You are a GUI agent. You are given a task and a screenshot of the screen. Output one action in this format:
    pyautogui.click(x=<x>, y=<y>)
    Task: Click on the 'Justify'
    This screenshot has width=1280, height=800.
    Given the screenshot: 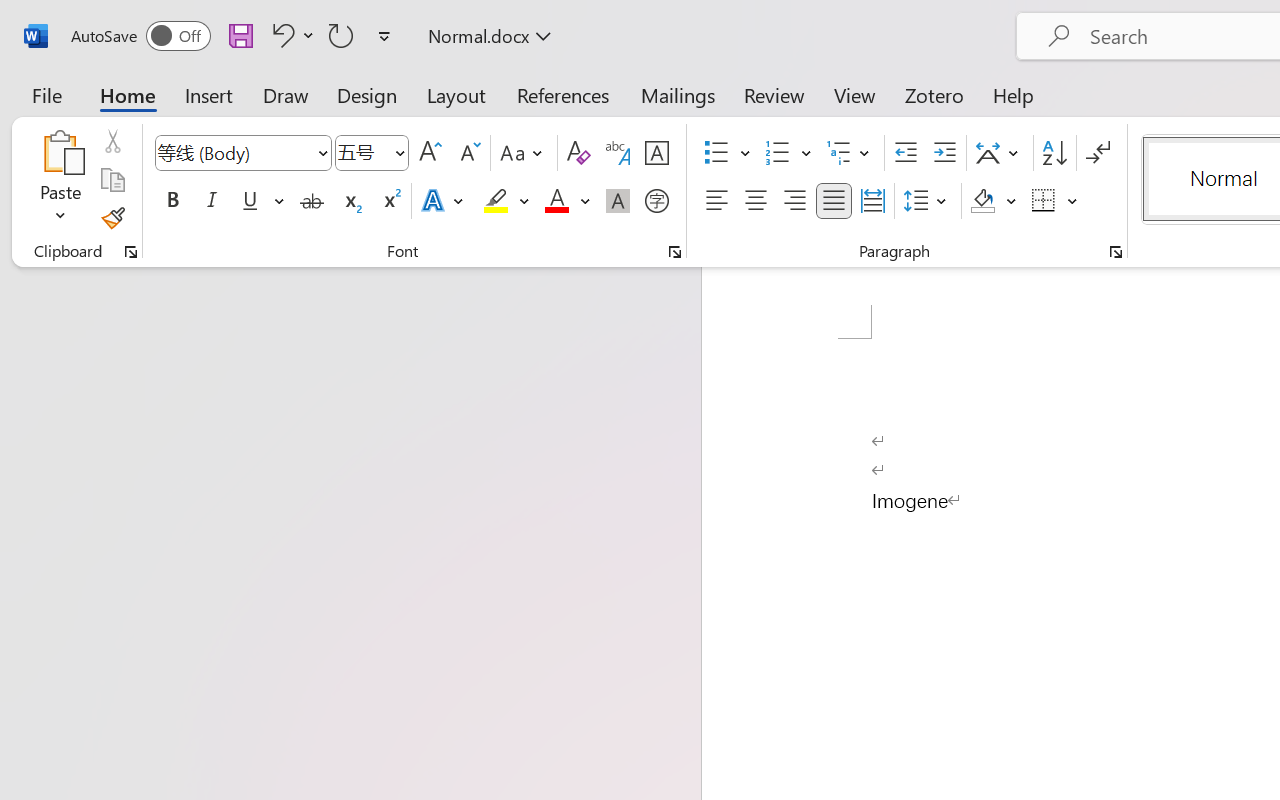 What is the action you would take?
    pyautogui.click(x=834, y=201)
    